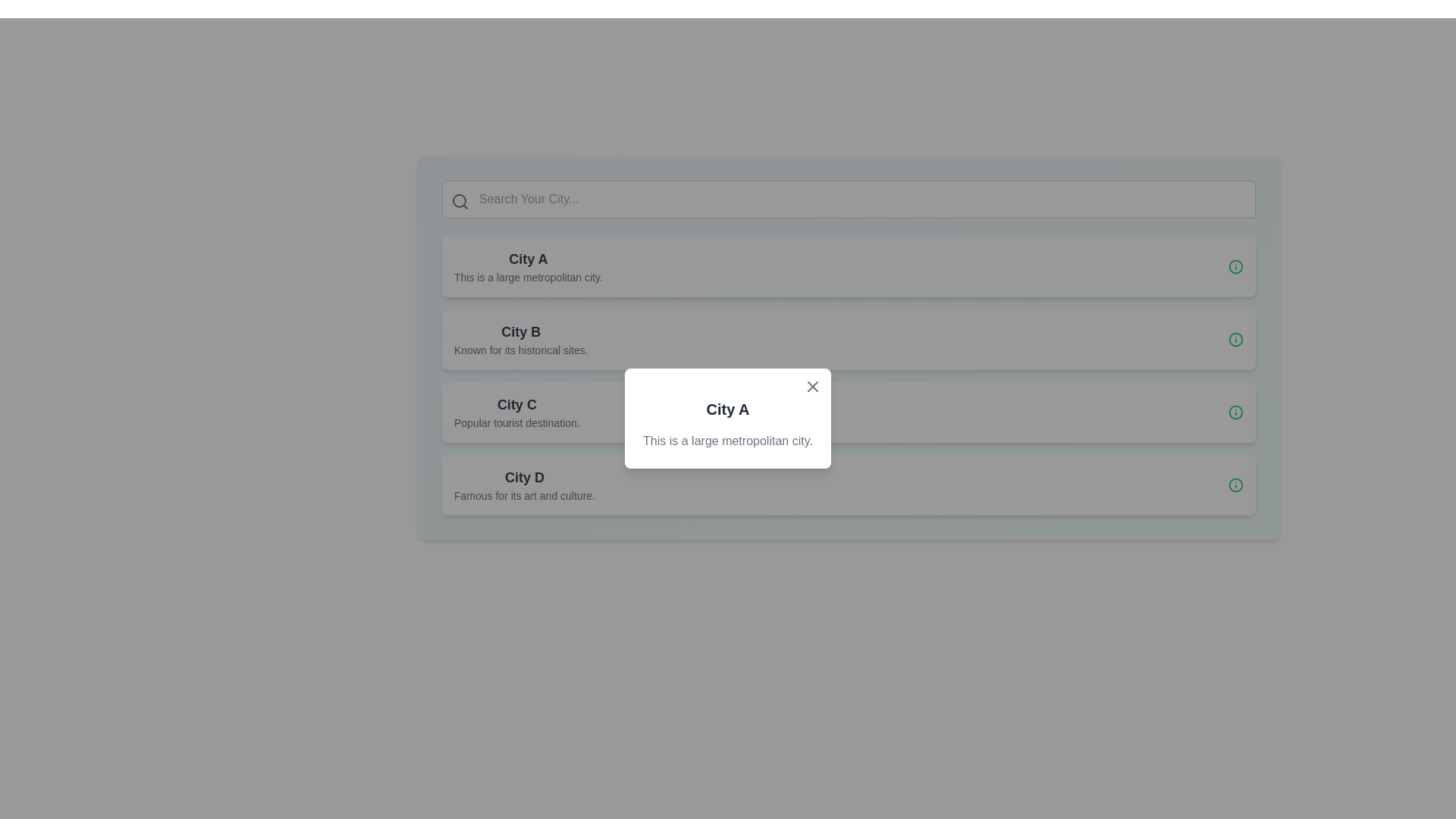 The height and width of the screenshot is (819, 1456). Describe the element at coordinates (521, 350) in the screenshot. I see `the static text that reads 'Known for its historical sites.', which is positioned beneath the title 'City B' in the list of city entries` at that location.